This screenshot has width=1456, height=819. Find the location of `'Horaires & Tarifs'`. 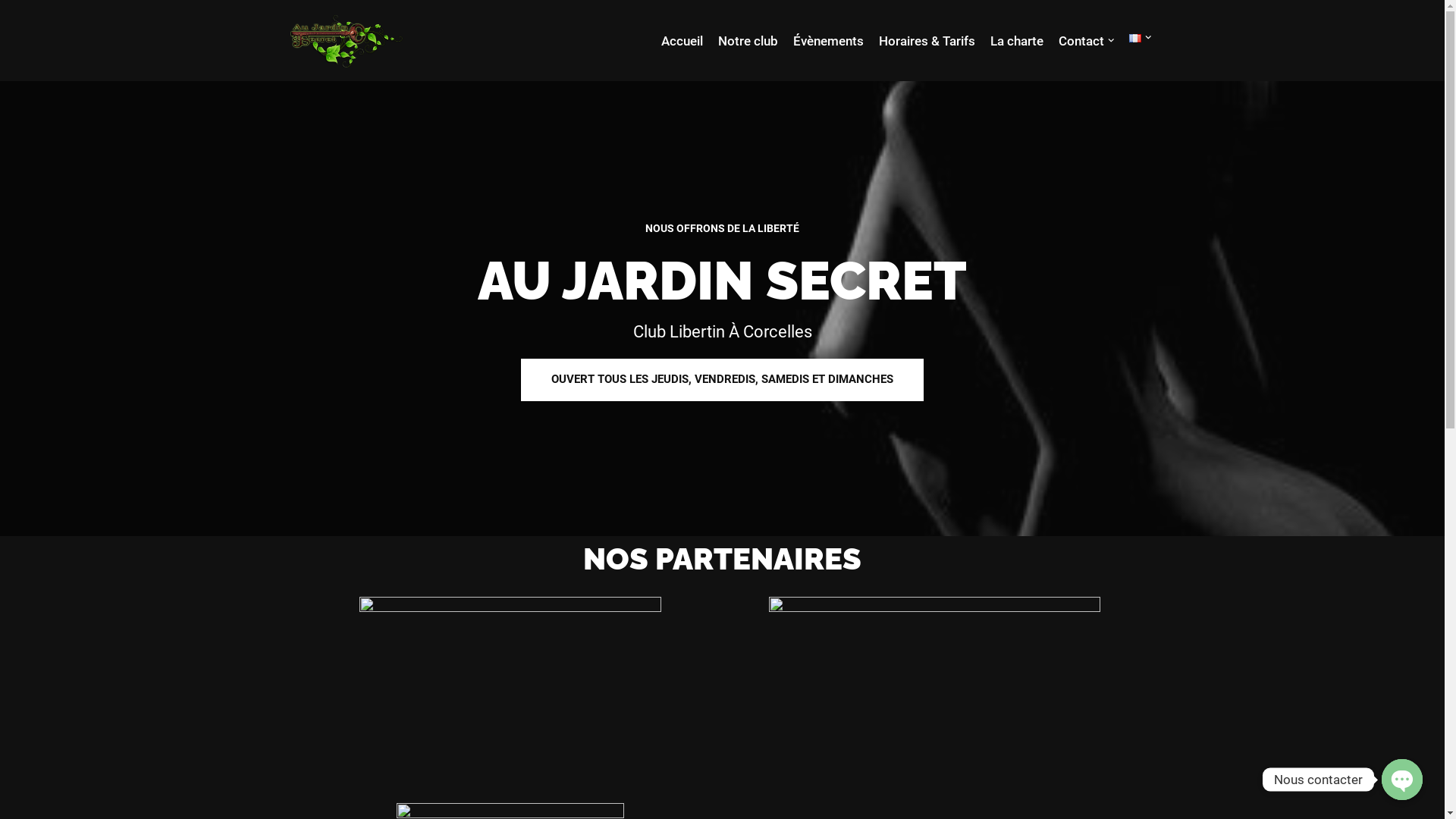

'Horaires & Tarifs' is located at coordinates (925, 40).